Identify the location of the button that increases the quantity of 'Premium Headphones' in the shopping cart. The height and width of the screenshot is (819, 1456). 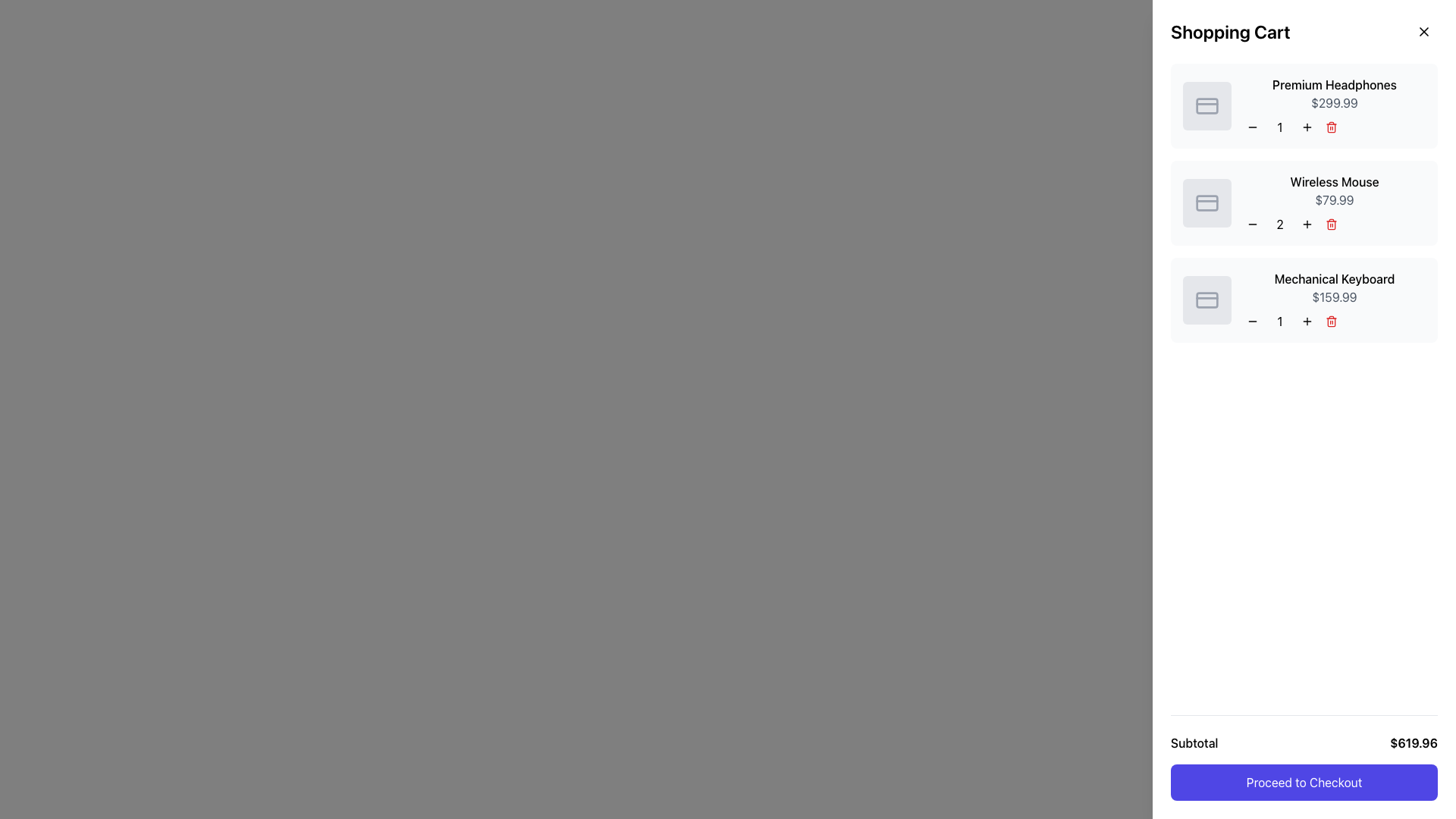
(1306, 127).